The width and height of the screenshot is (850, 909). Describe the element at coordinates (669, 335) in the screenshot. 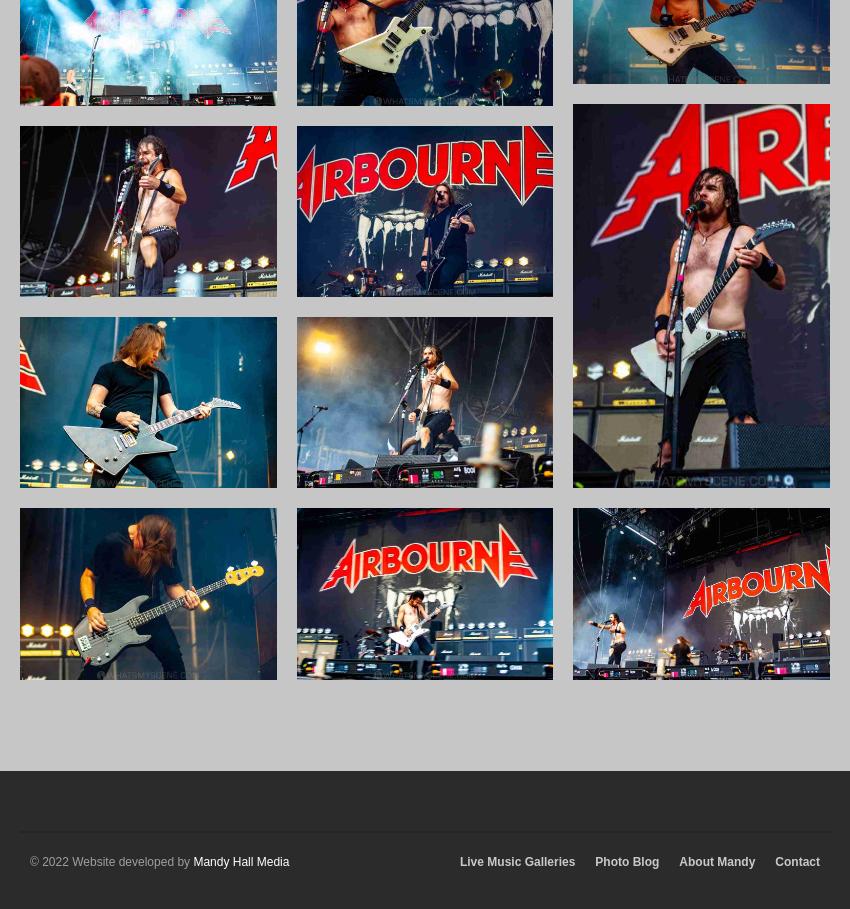

I see `'March 2019'` at that location.